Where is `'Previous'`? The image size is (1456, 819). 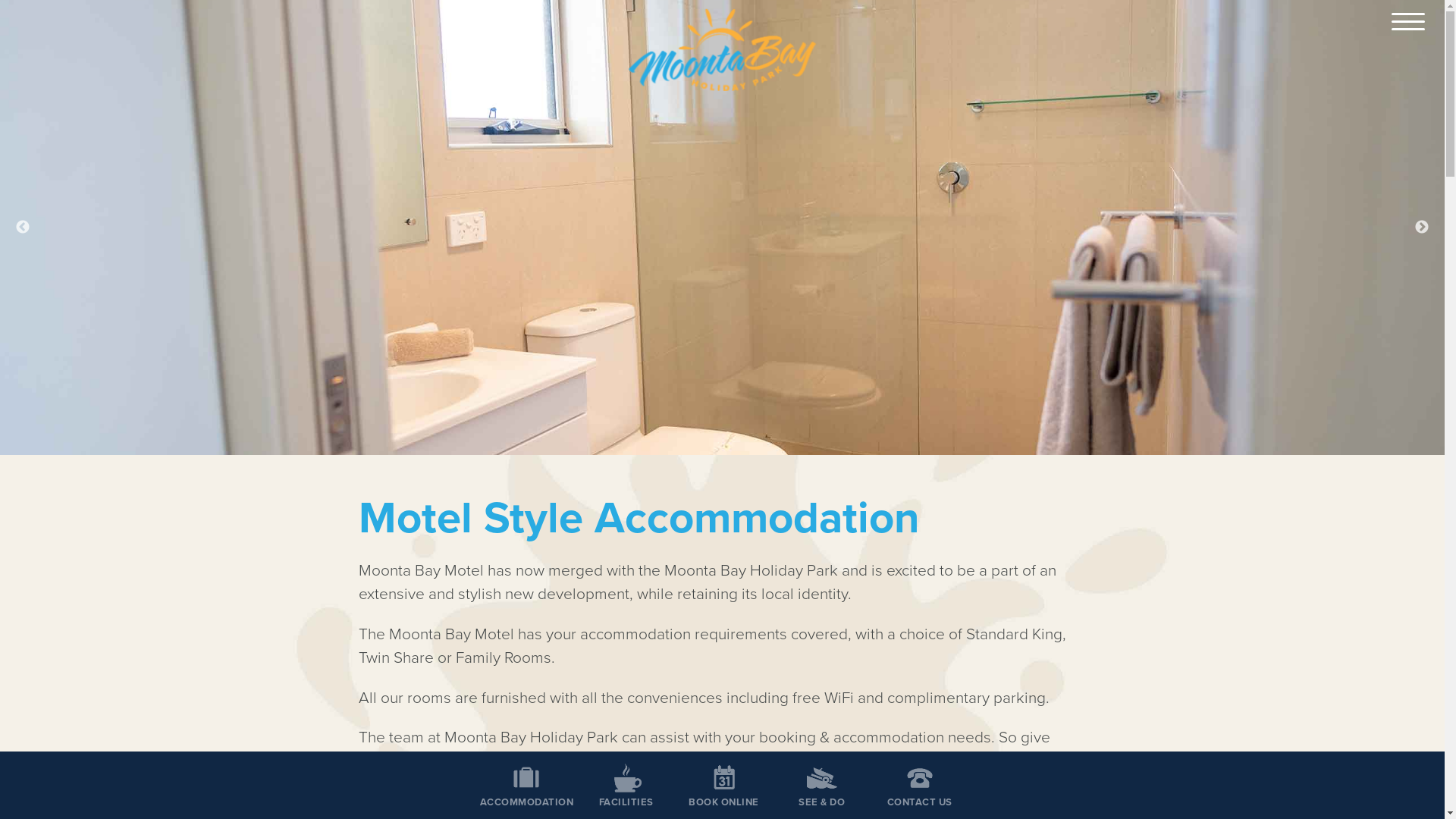 'Previous' is located at coordinates (22, 227).